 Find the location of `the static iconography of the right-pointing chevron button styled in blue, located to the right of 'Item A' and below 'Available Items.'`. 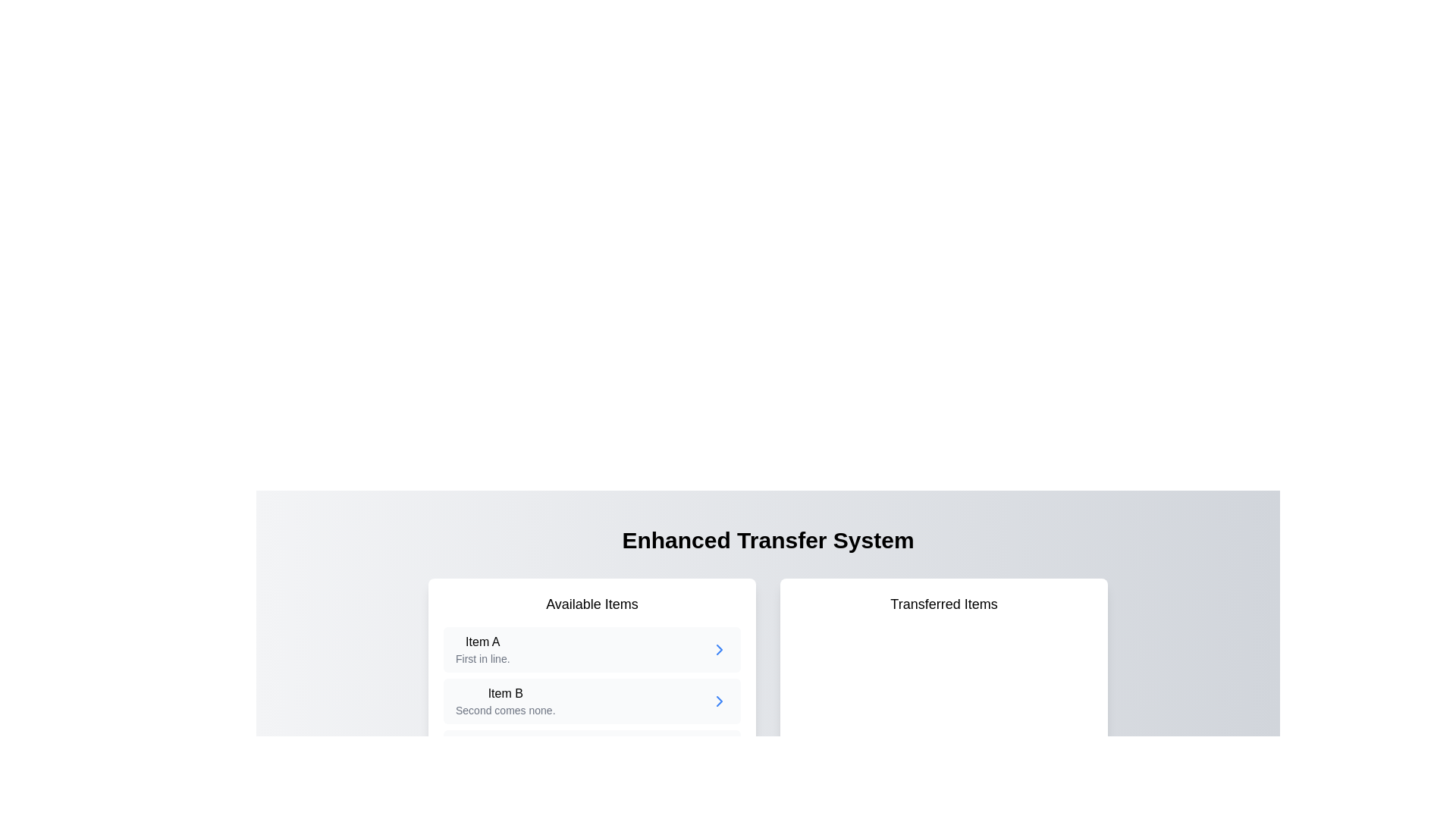

the static iconography of the right-pointing chevron button styled in blue, located to the right of 'Item A' and below 'Available Items.' is located at coordinates (719, 648).